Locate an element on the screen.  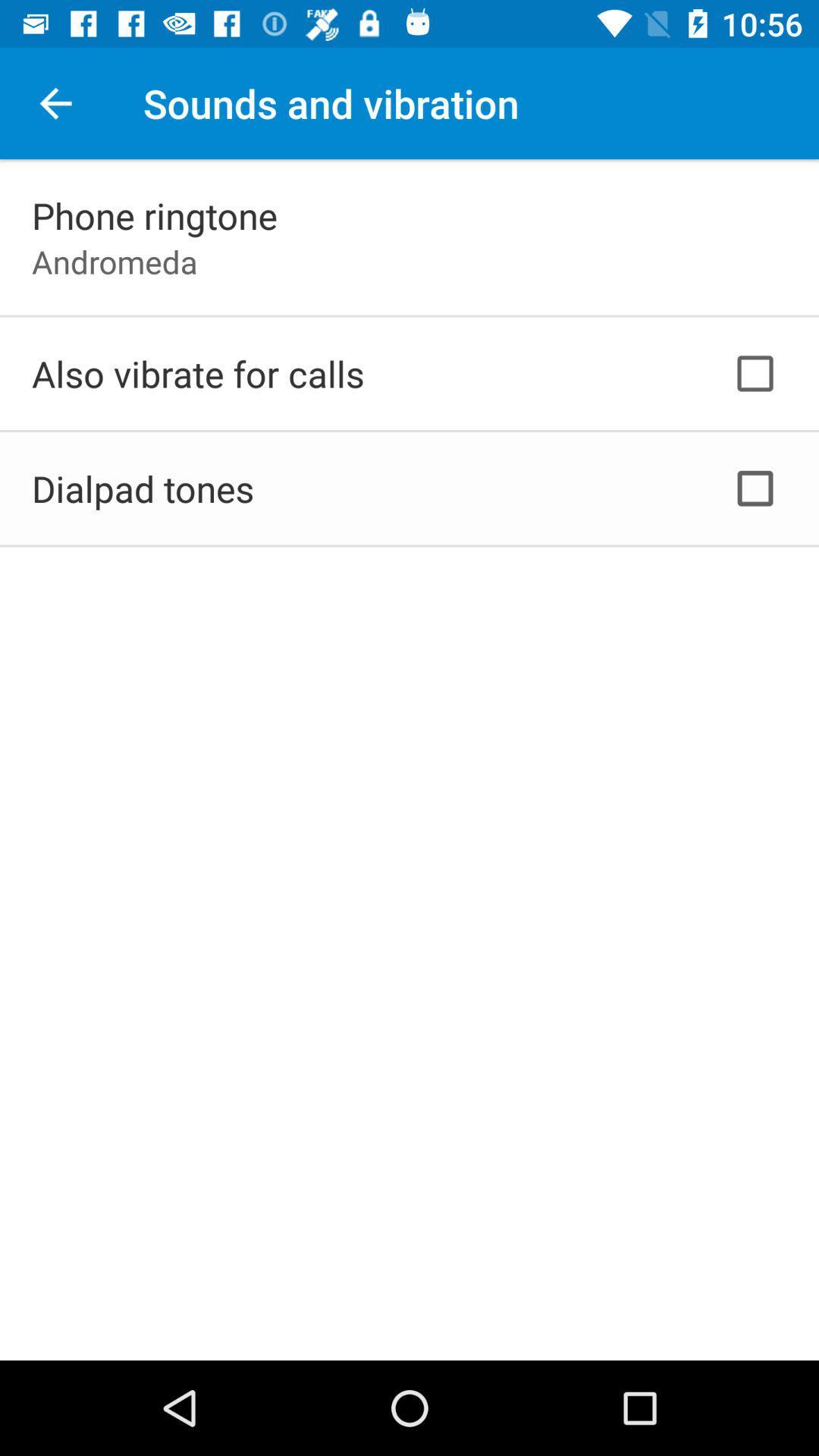
phone ringtone app is located at coordinates (155, 215).